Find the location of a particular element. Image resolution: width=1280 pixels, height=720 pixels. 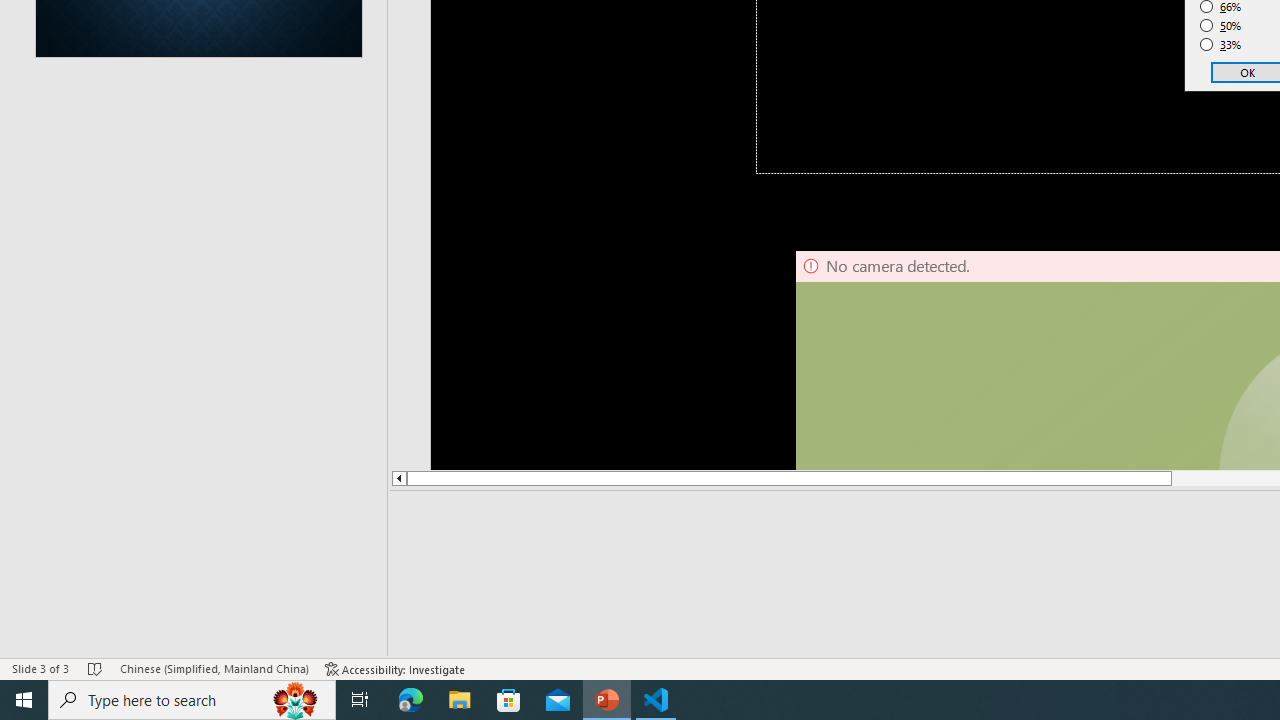

'Microsoft Store' is located at coordinates (509, 698).